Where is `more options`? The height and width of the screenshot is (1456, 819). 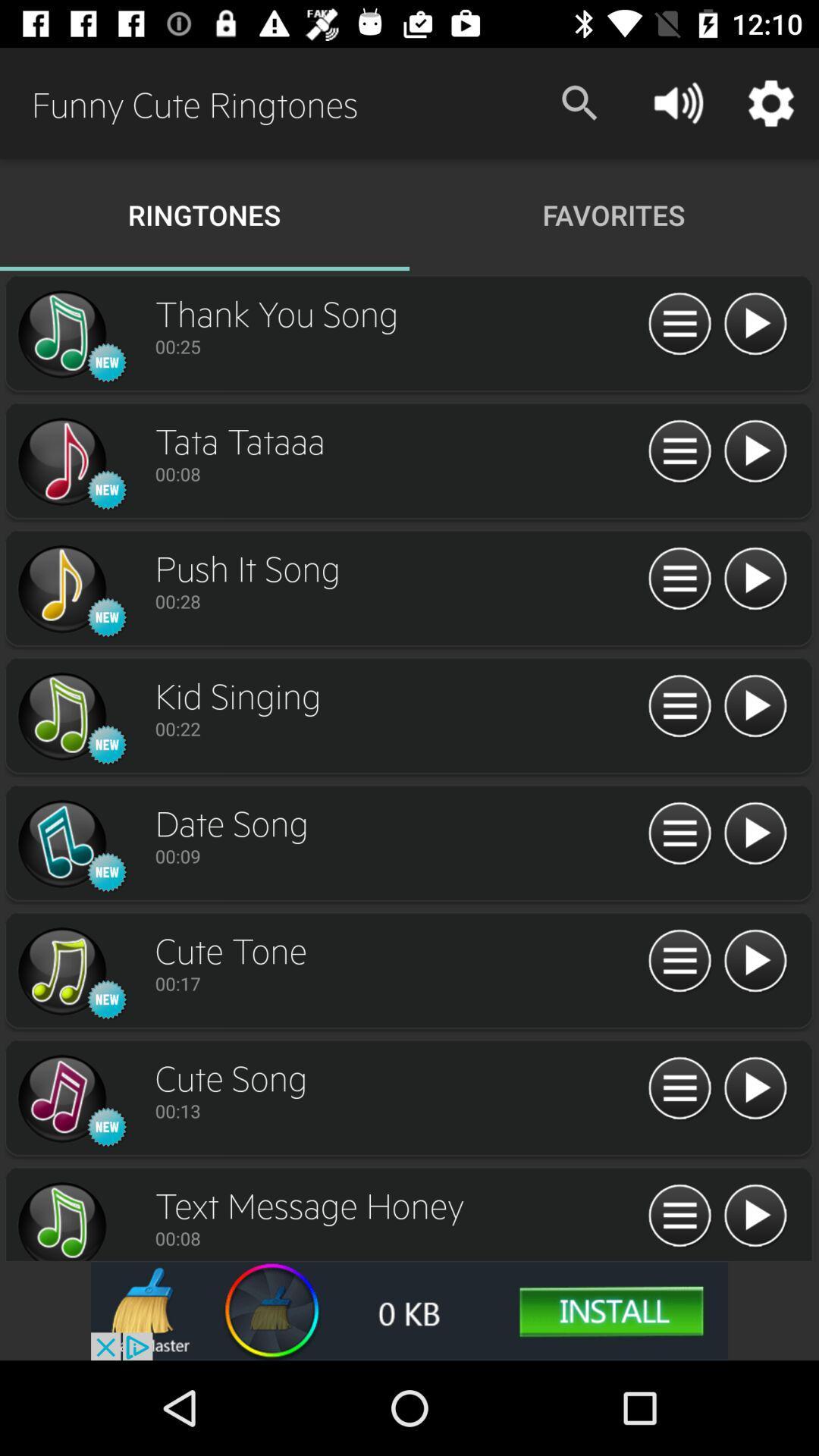 more options is located at coordinates (679, 451).